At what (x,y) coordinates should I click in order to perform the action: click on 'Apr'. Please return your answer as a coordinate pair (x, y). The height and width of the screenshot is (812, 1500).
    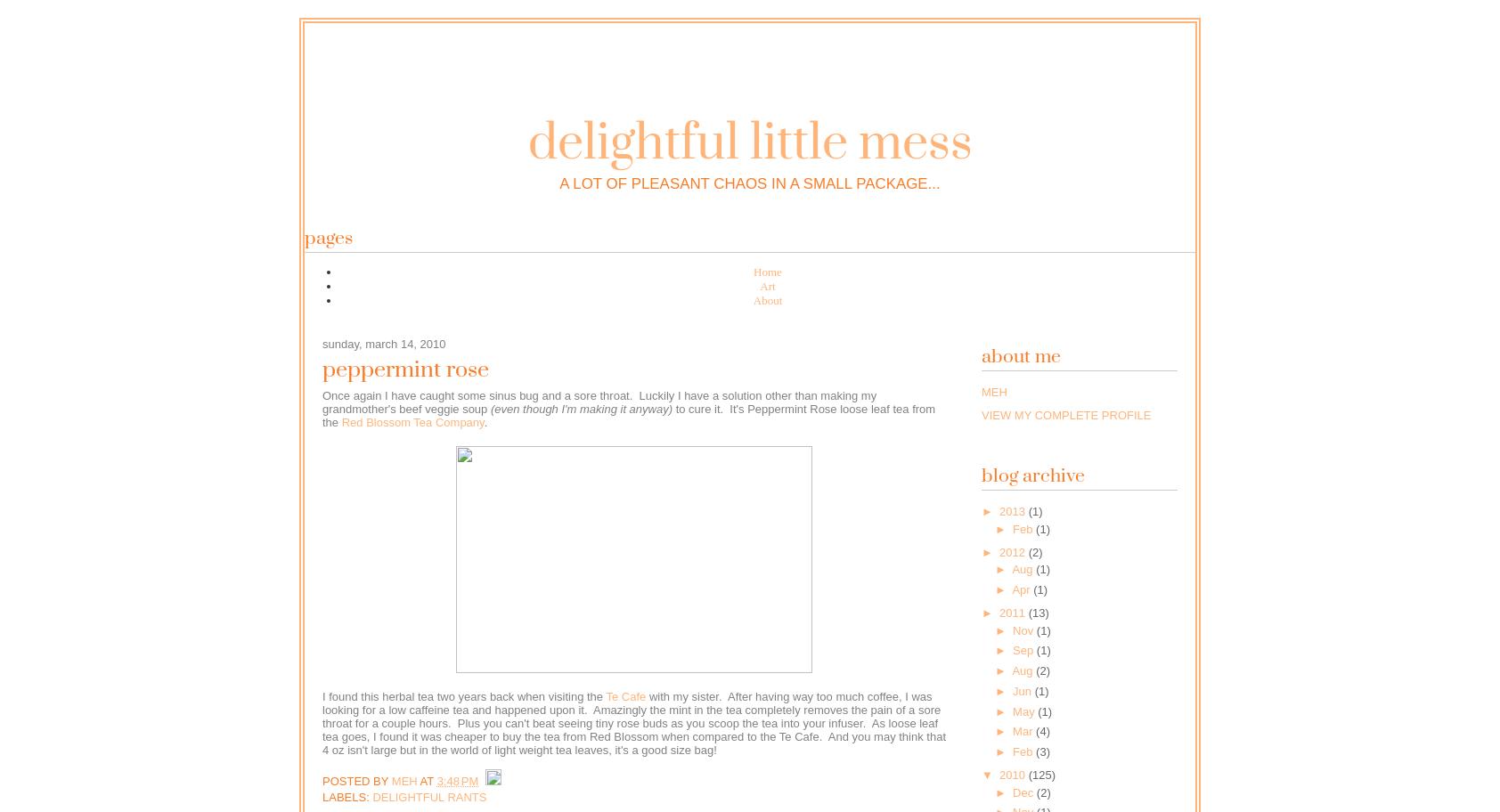
    Looking at the image, I should click on (1022, 589).